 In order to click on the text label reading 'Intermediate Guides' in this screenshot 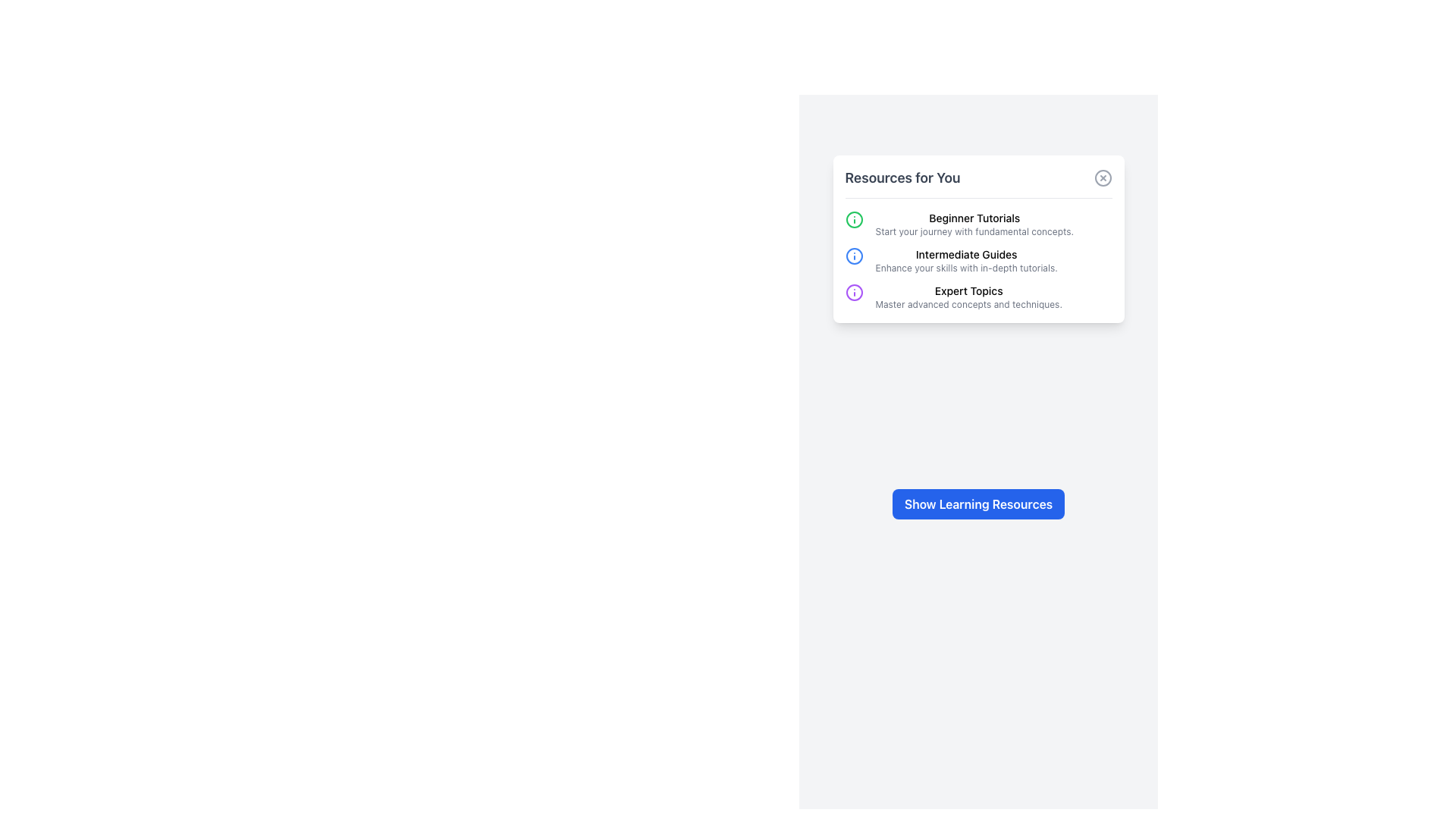, I will do `click(965, 253)`.